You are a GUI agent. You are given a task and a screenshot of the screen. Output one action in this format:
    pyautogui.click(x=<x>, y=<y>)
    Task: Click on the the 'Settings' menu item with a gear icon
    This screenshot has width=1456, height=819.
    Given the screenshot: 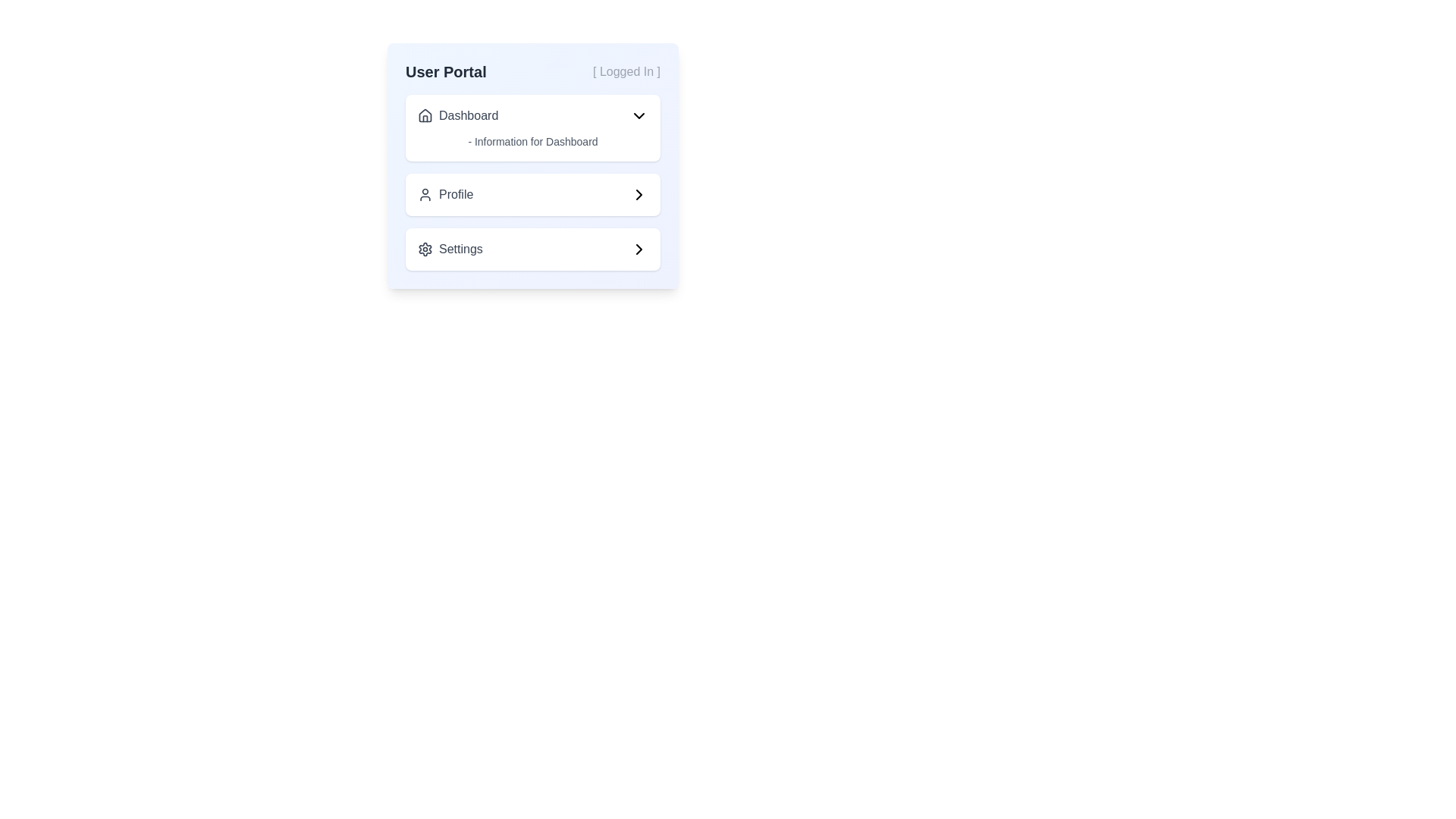 What is the action you would take?
    pyautogui.click(x=449, y=248)
    